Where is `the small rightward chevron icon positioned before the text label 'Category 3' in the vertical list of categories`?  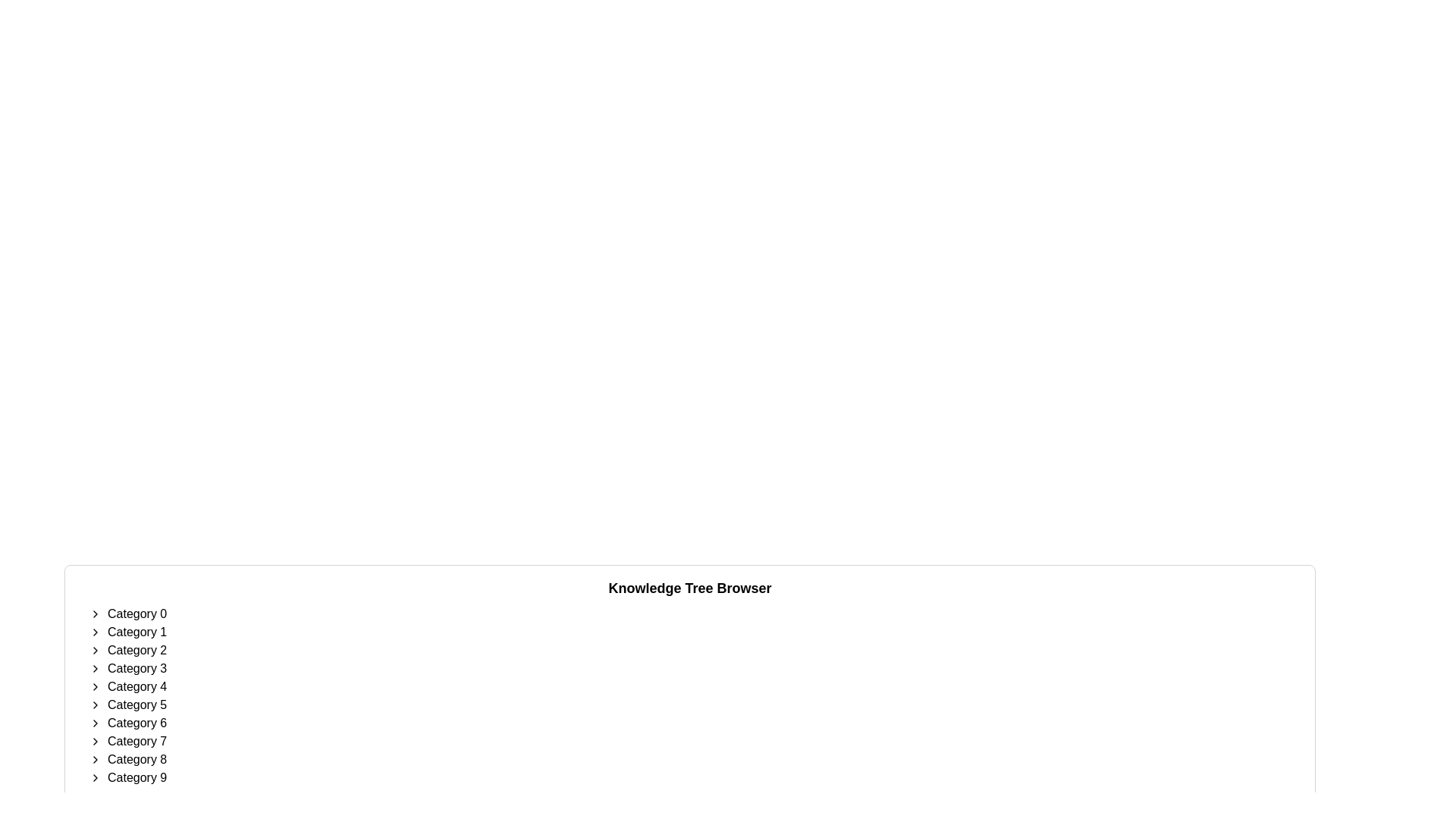 the small rightward chevron icon positioned before the text label 'Category 3' in the vertical list of categories is located at coordinates (94, 668).